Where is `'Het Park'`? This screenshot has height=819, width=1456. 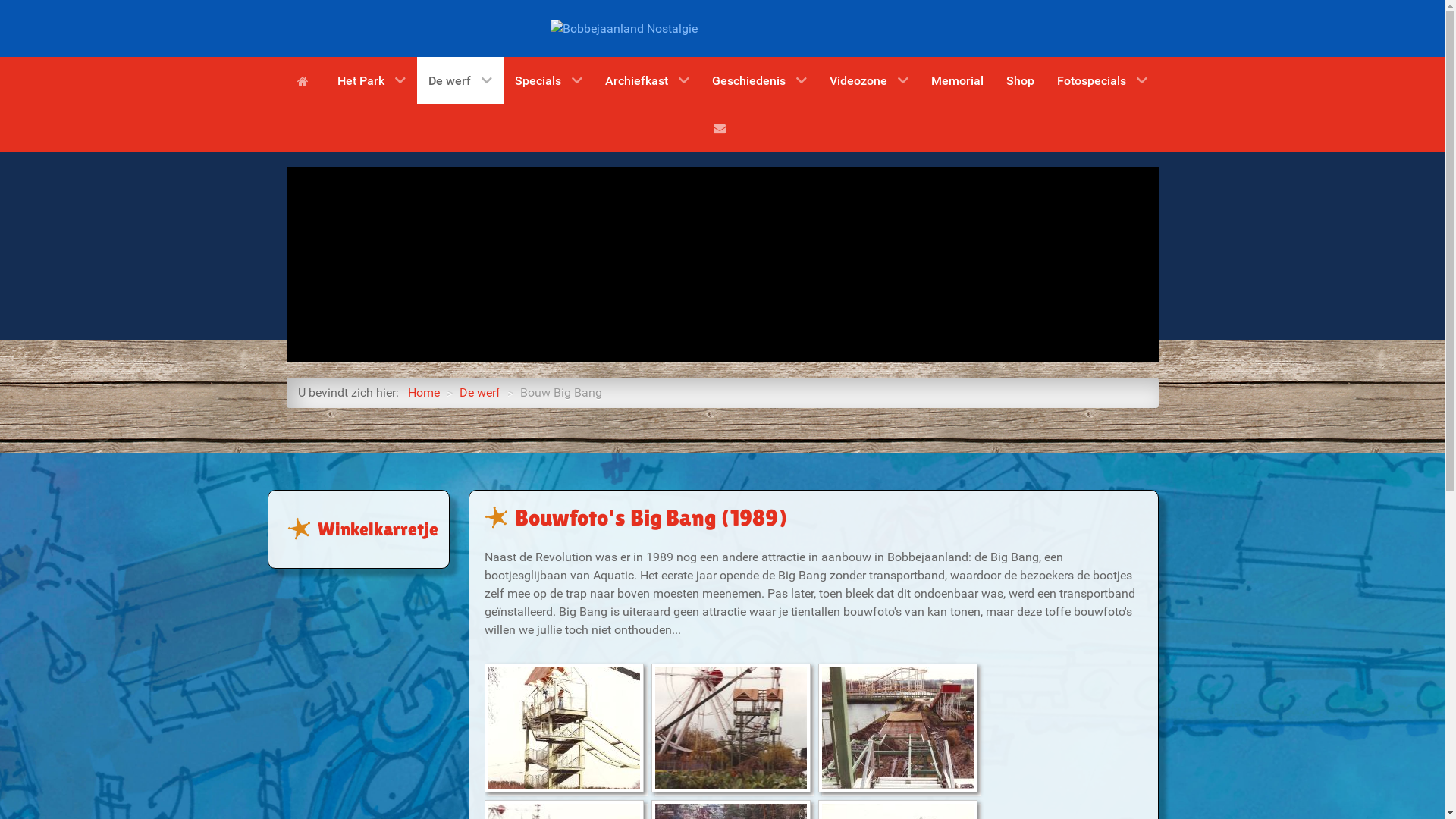 'Het Park' is located at coordinates (371, 80).